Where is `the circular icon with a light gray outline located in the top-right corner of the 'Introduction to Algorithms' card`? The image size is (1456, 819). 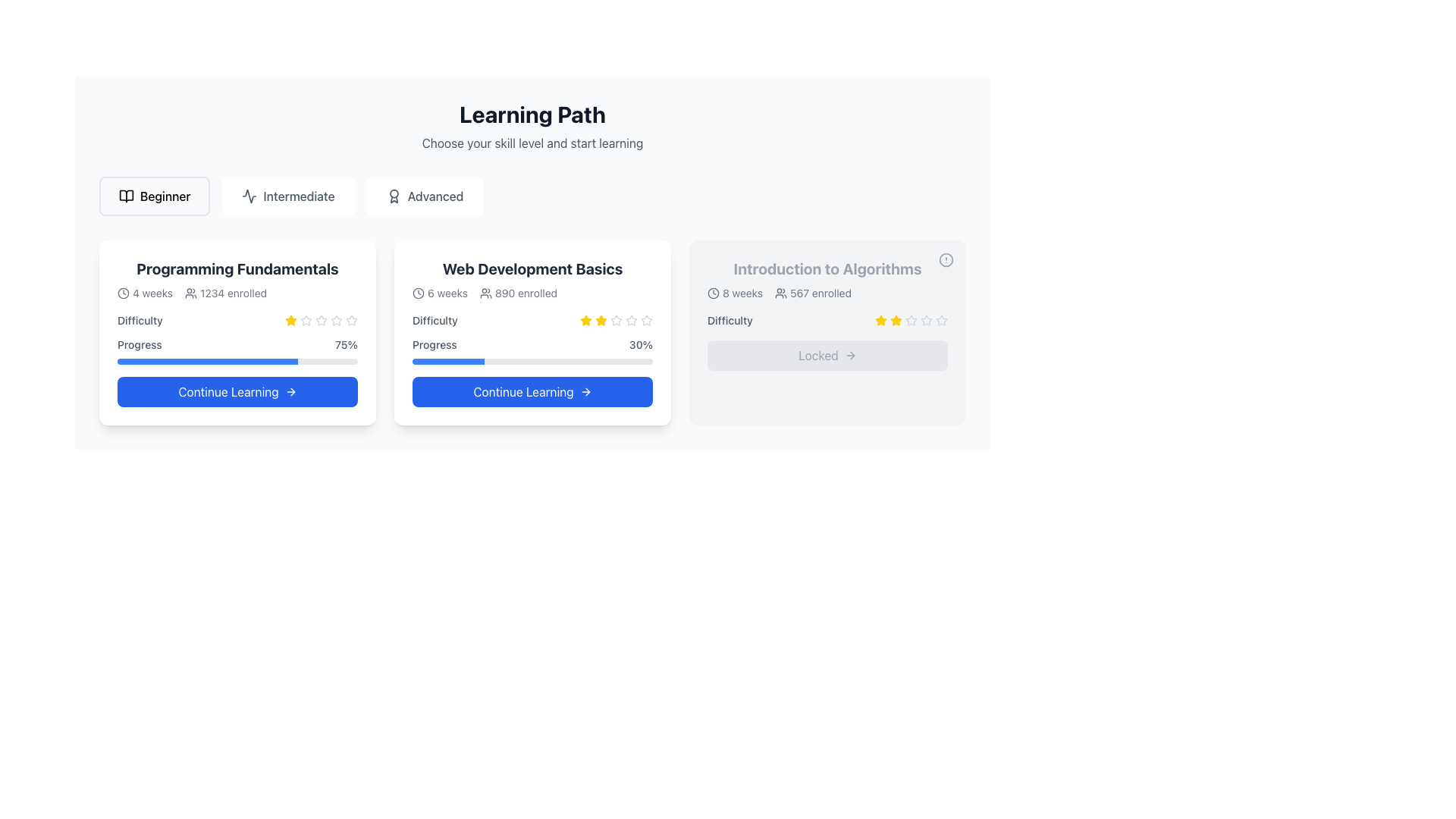
the circular icon with a light gray outline located in the top-right corner of the 'Introduction to Algorithms' card is located at coordinates (946, 259).